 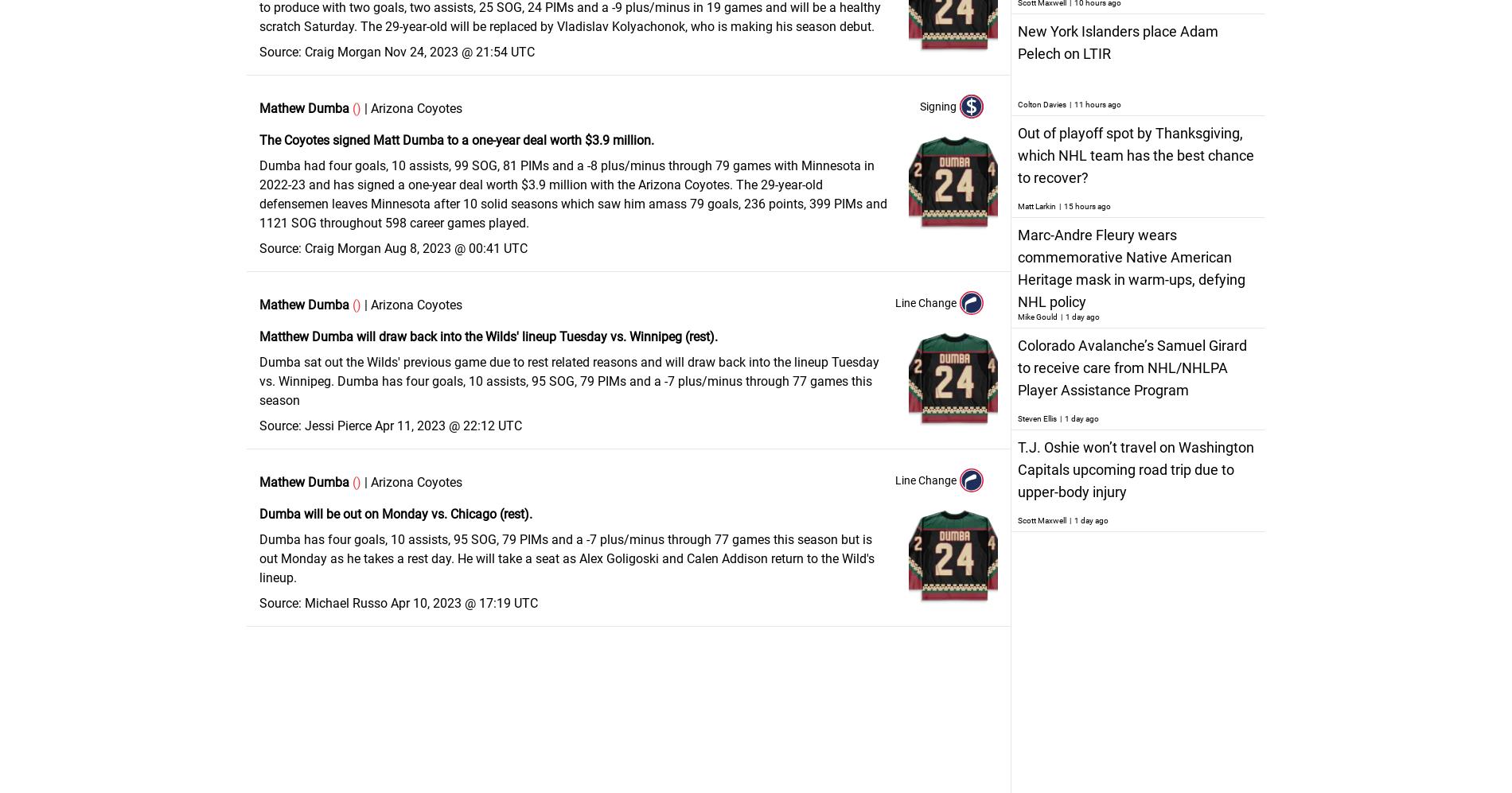 What do you see at coordinates (1041, 104) in the screenshot?
I see `'Colton Davies'` at bounding box center [1041, 104].